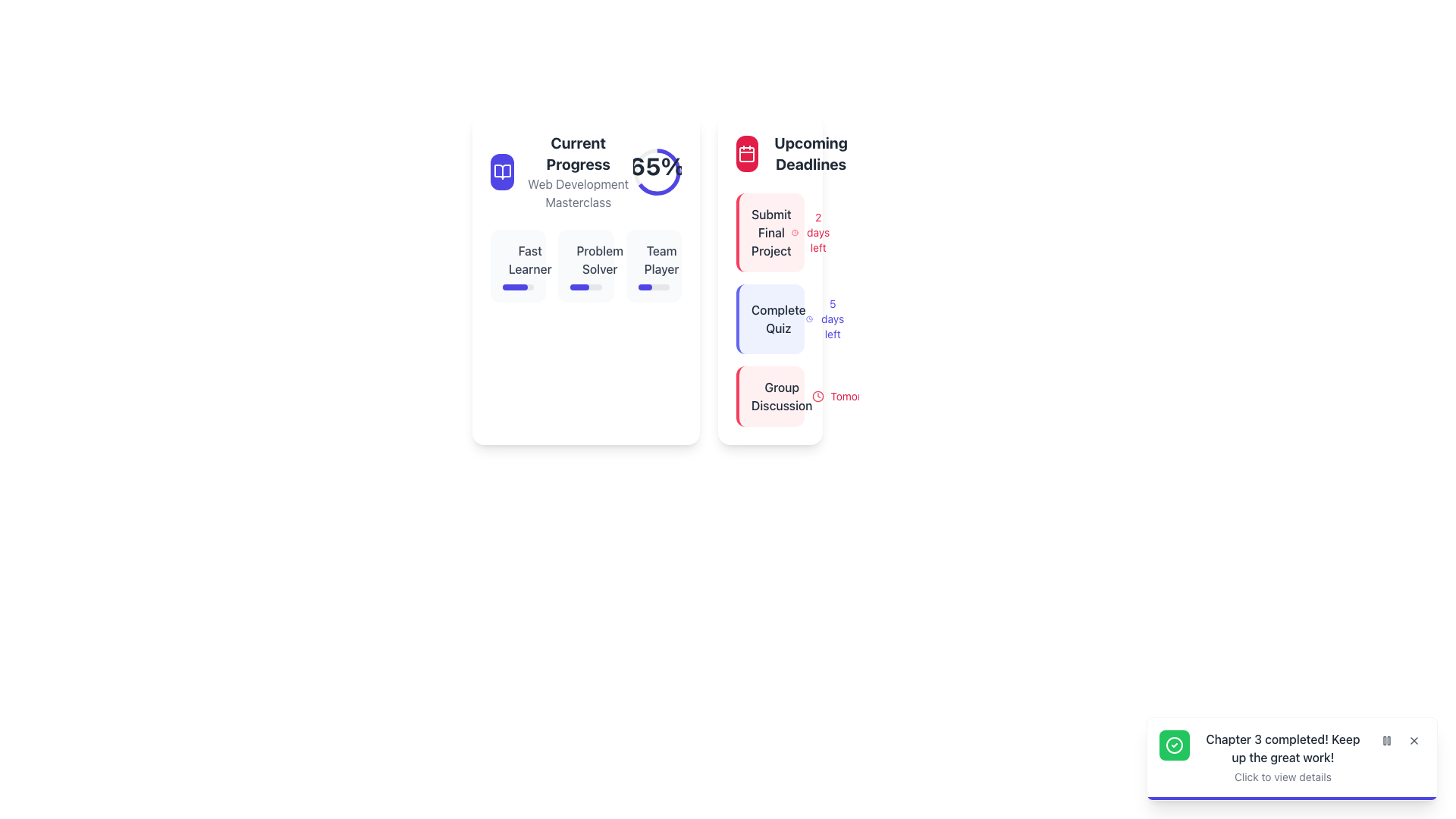  I want to click on the Progress Card labeled 'Problem Solver' which is the middle card in the 'Current Progress' section, displaying a 60% filled progress bar, so click(585, 265).